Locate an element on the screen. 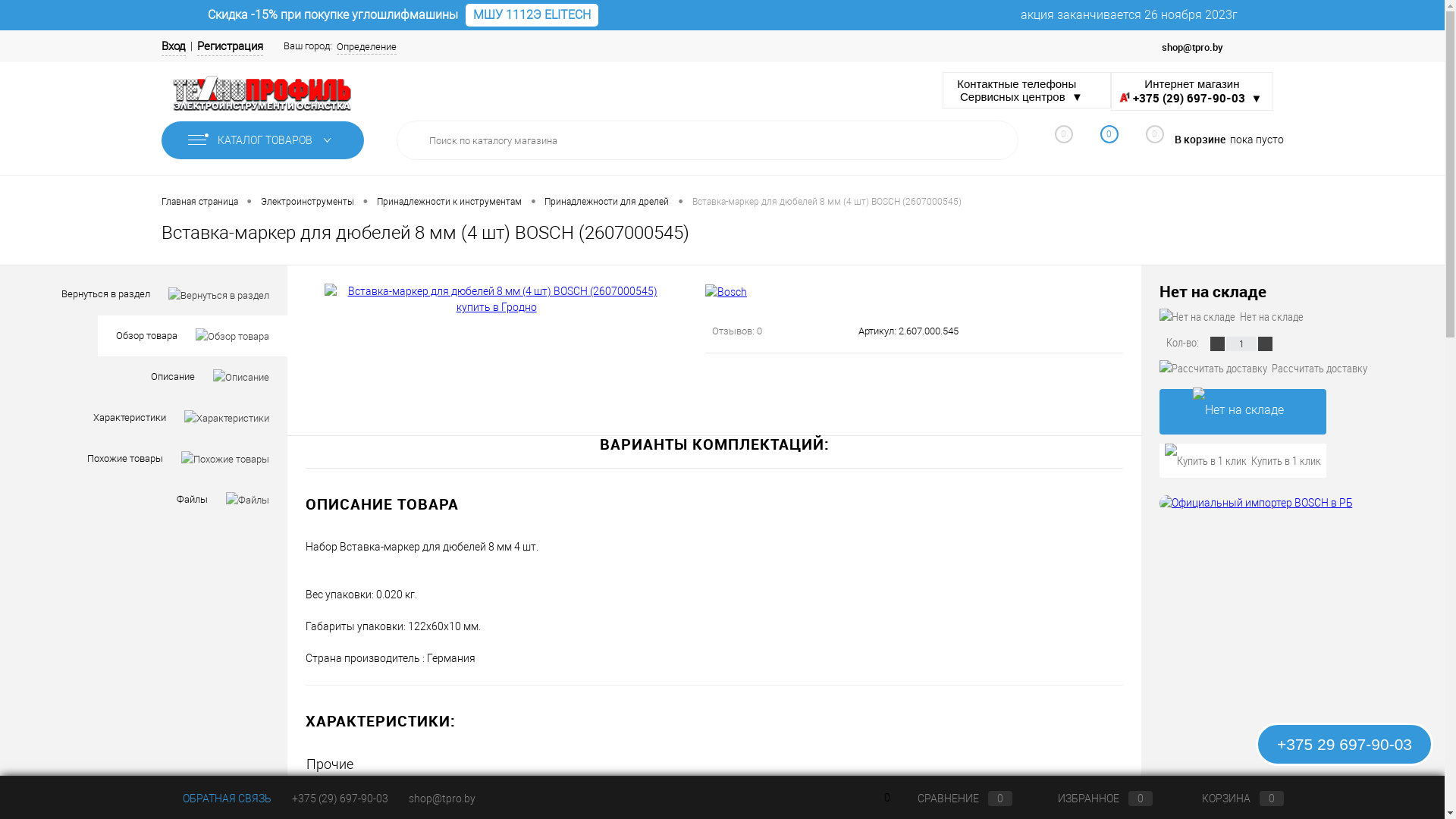 Image resolution: width=1456 pixels, height=819 pixels. '0' is located at coordinates (1147, 140).